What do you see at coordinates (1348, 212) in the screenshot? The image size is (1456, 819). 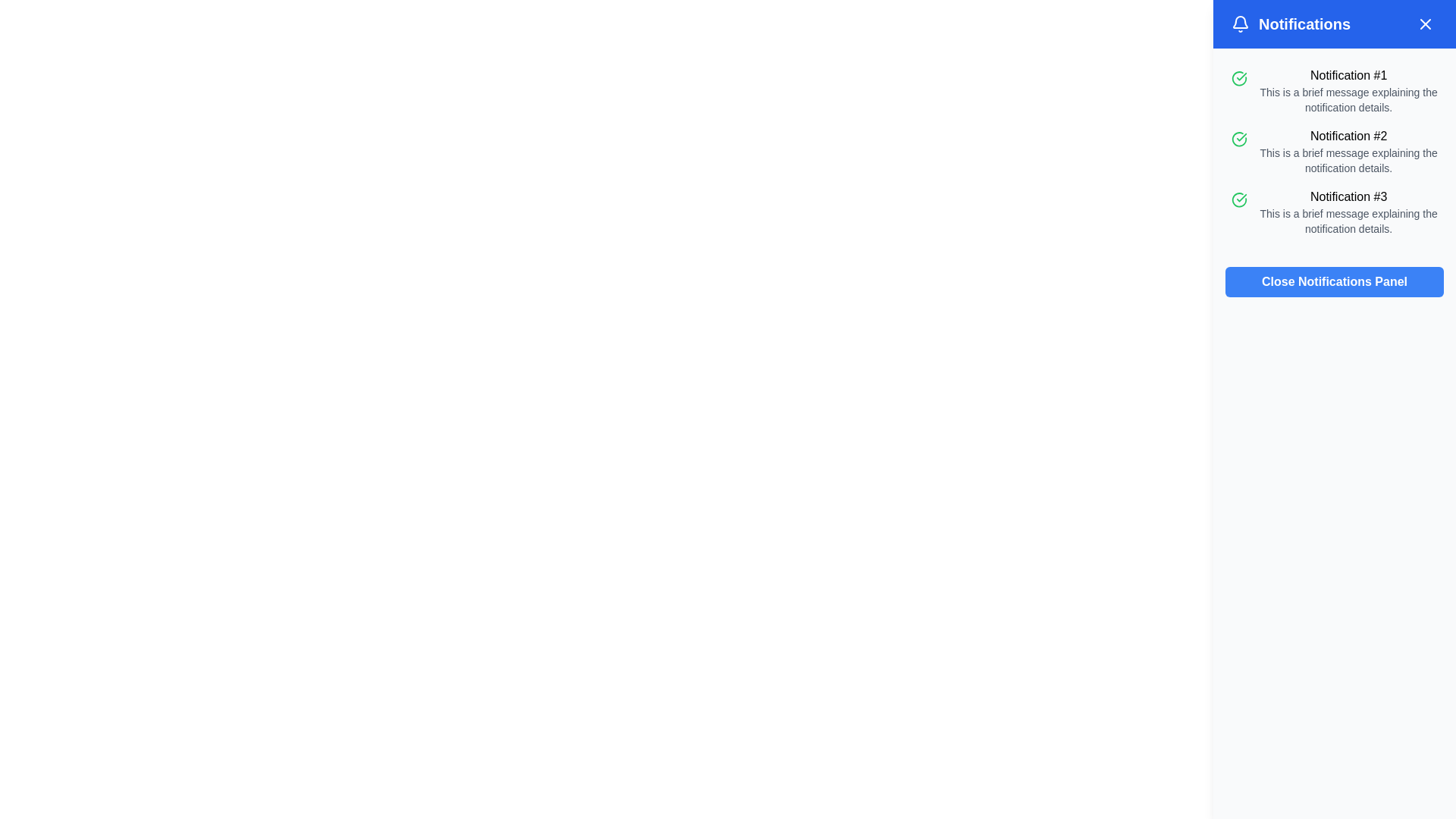 I see `the notification entry titled 'Notification #3' which is the third item in the vertical list on the right side of the interface` at bounding box center [1348, 212].